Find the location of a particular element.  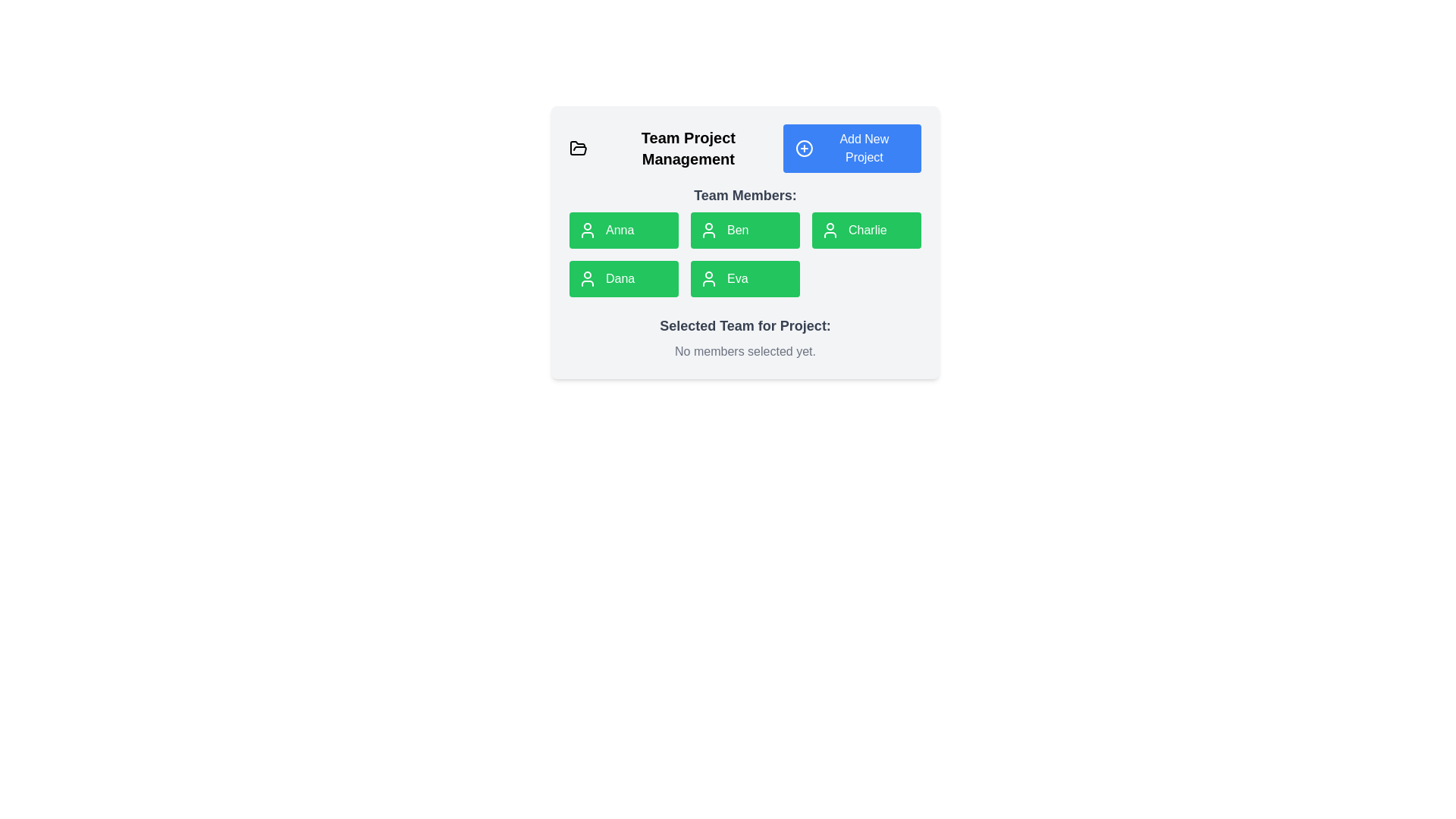

the button used to initiate the creation of a new project, located on the right side of the 'Team Project Management' header to change its visual state is located at coordinates (852, 149).